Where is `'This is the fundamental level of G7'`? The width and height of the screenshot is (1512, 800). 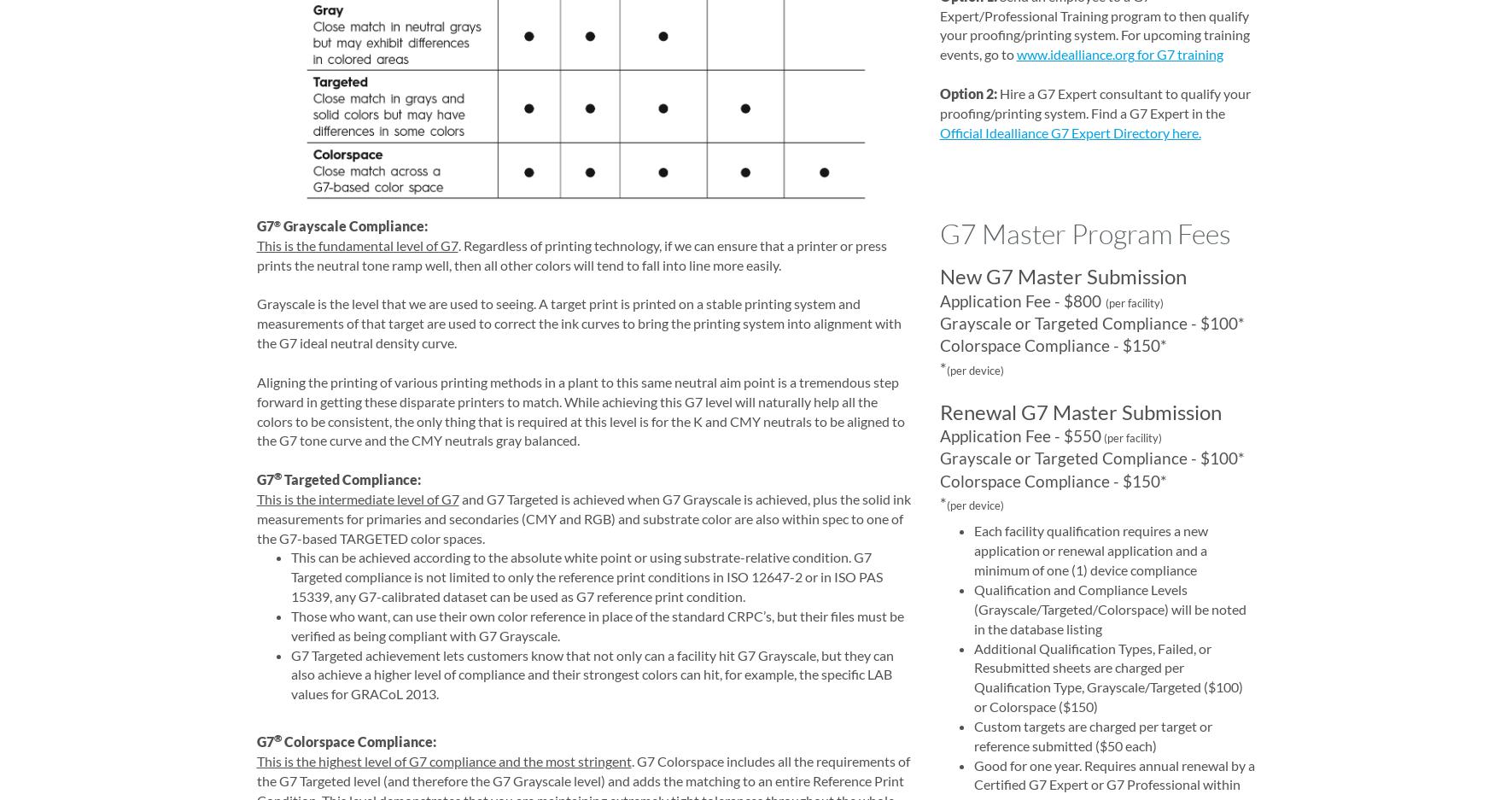
'This is the fundamental level of G7' is located at coordinates (356, 244).